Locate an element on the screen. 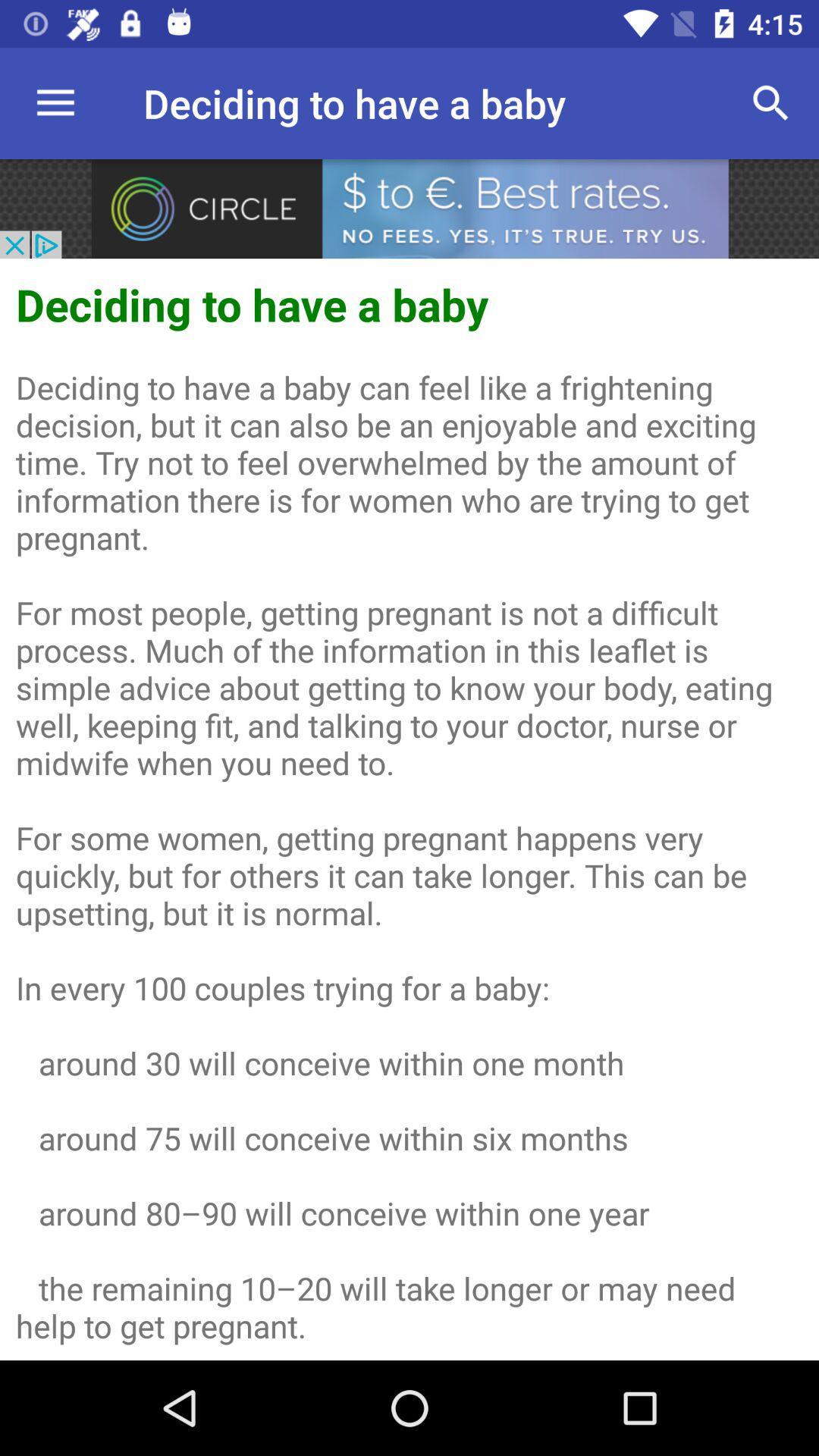  circle is located at coordinates (409, 208).